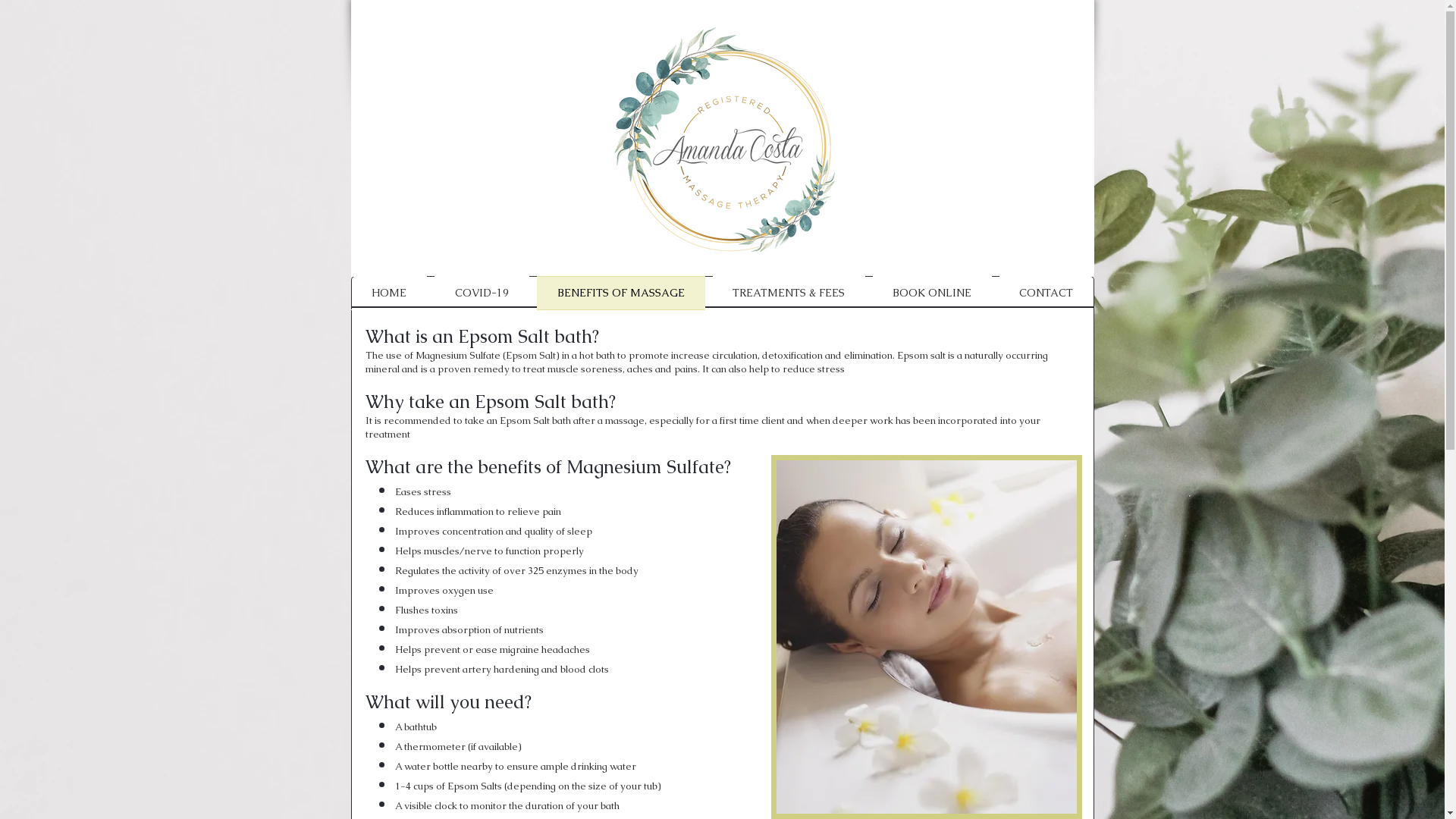 Image resolution: width=1456 pixels, height=819 pixels. Describe the element at coordinates (349, 293) in the screenshot. I see `'HOME'` at that location.